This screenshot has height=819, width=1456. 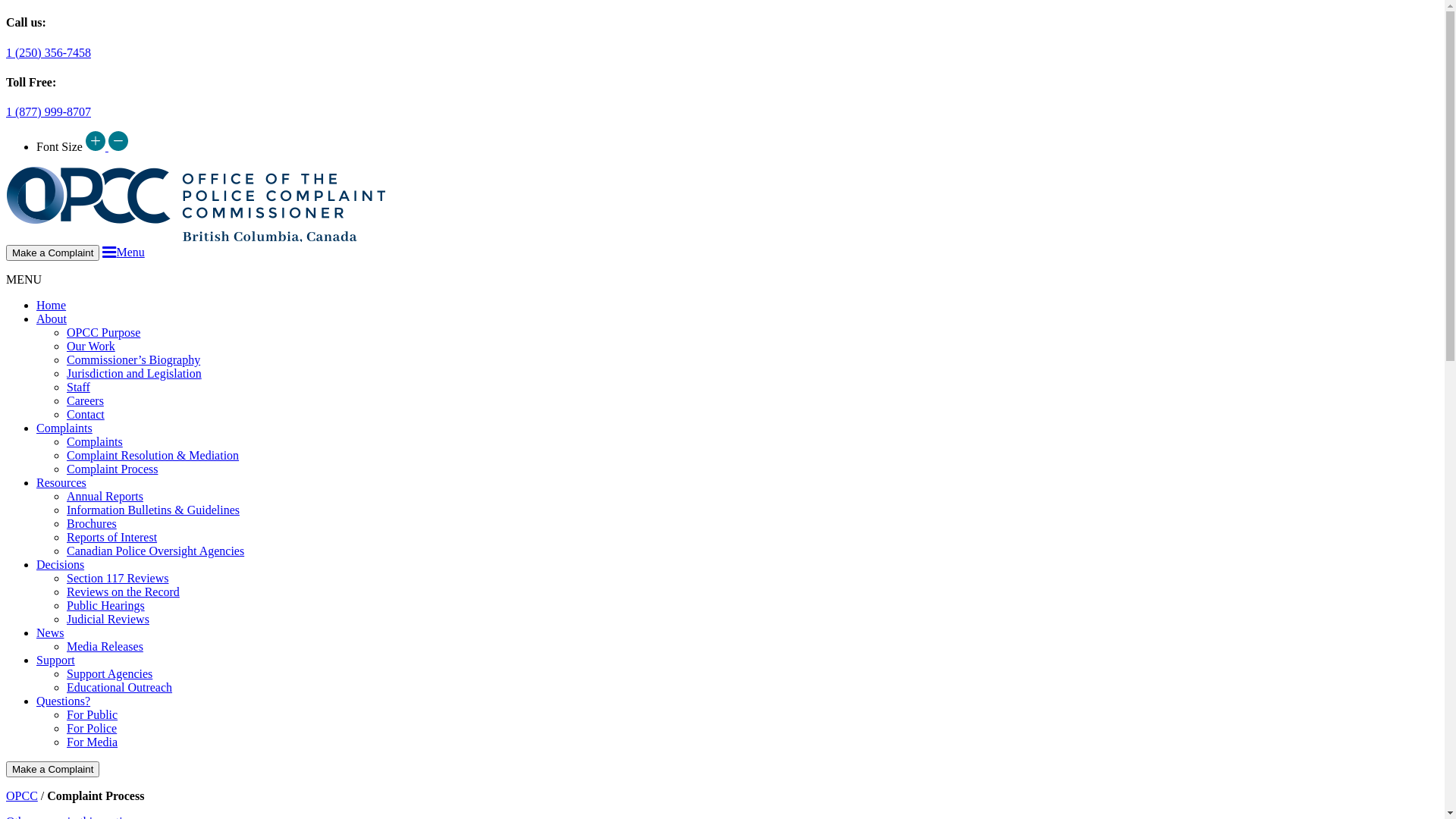 What do you see at coordinates (21, 795) in the screenshot?
I see `'OPCC'` at bounding box center [21, 795].